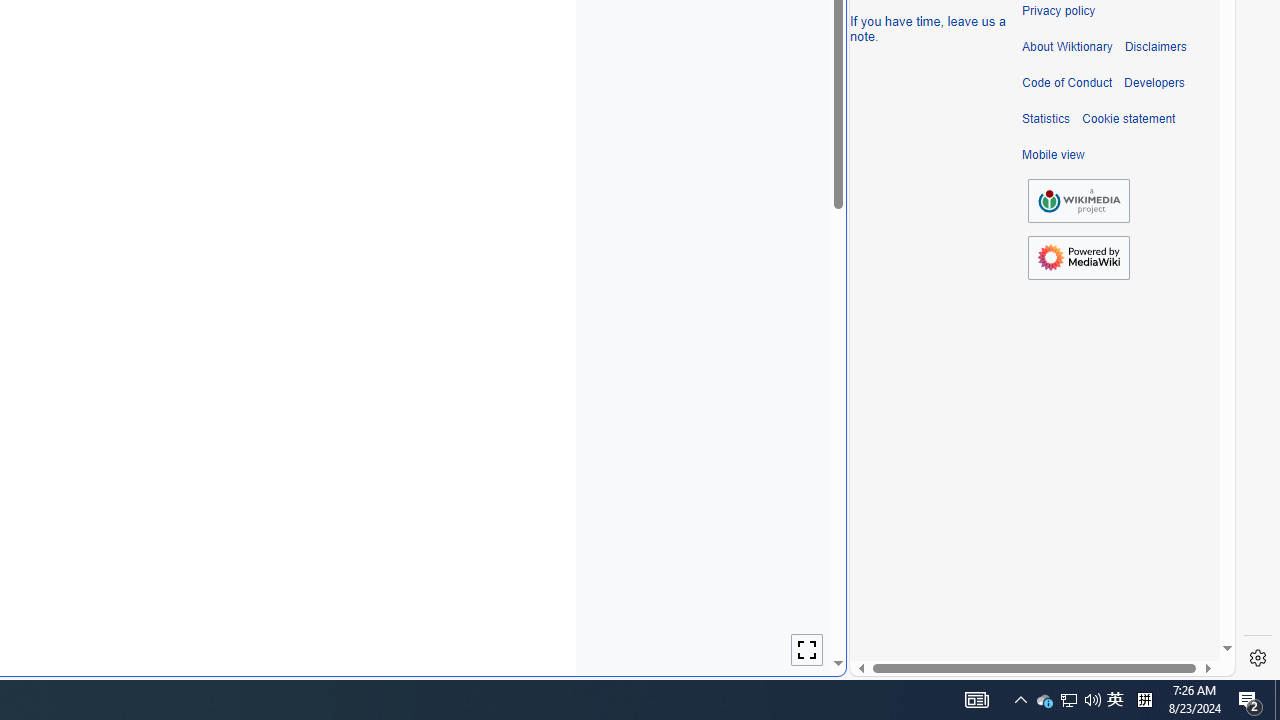 The width and height of the screenshot is (1280, 720). I want to click on 'Code of Conduct', so click(1066, 82).